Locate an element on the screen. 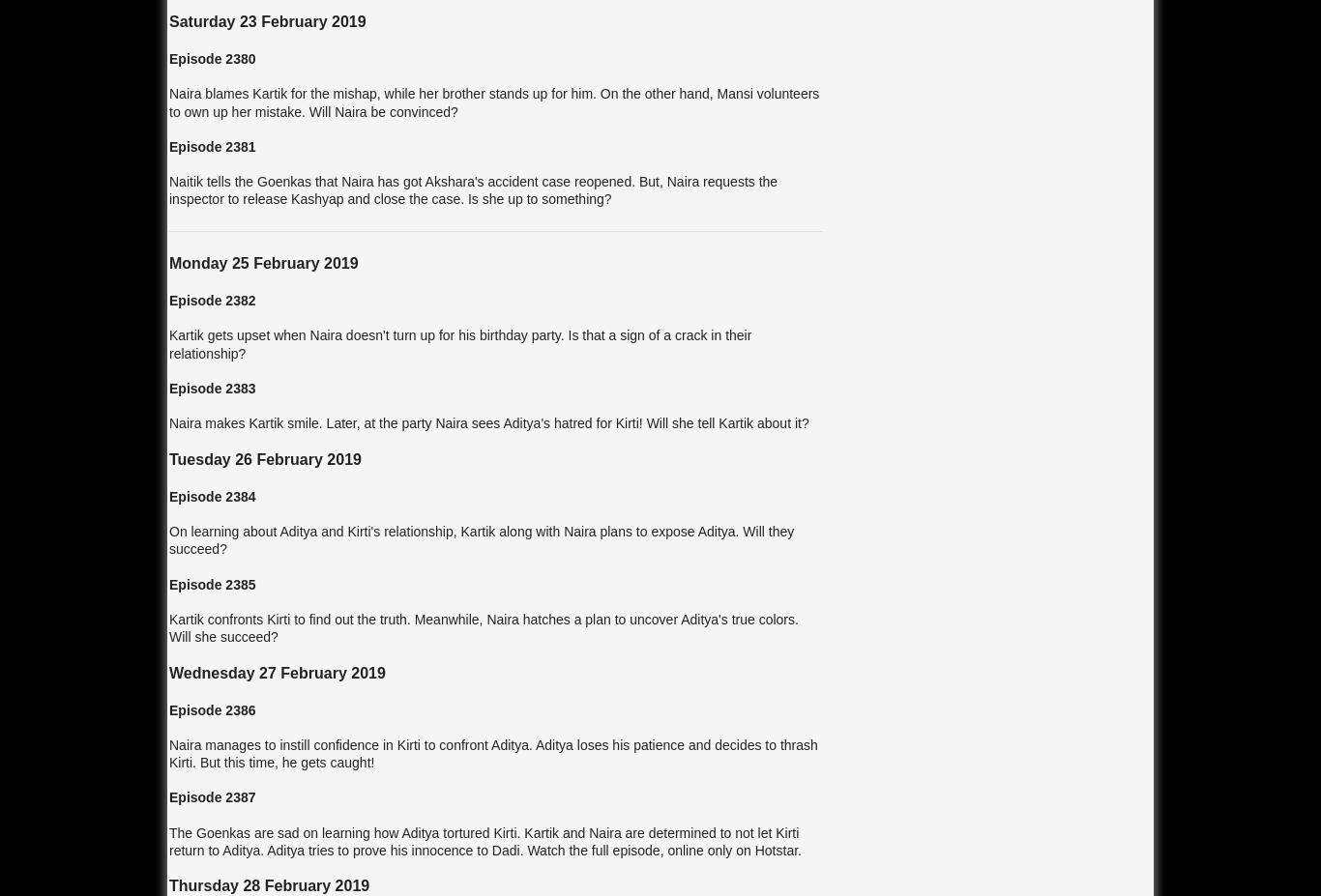 This screenshot has height=896, width=1321. 'Episode 2385' is located at coordinates (167, 584).